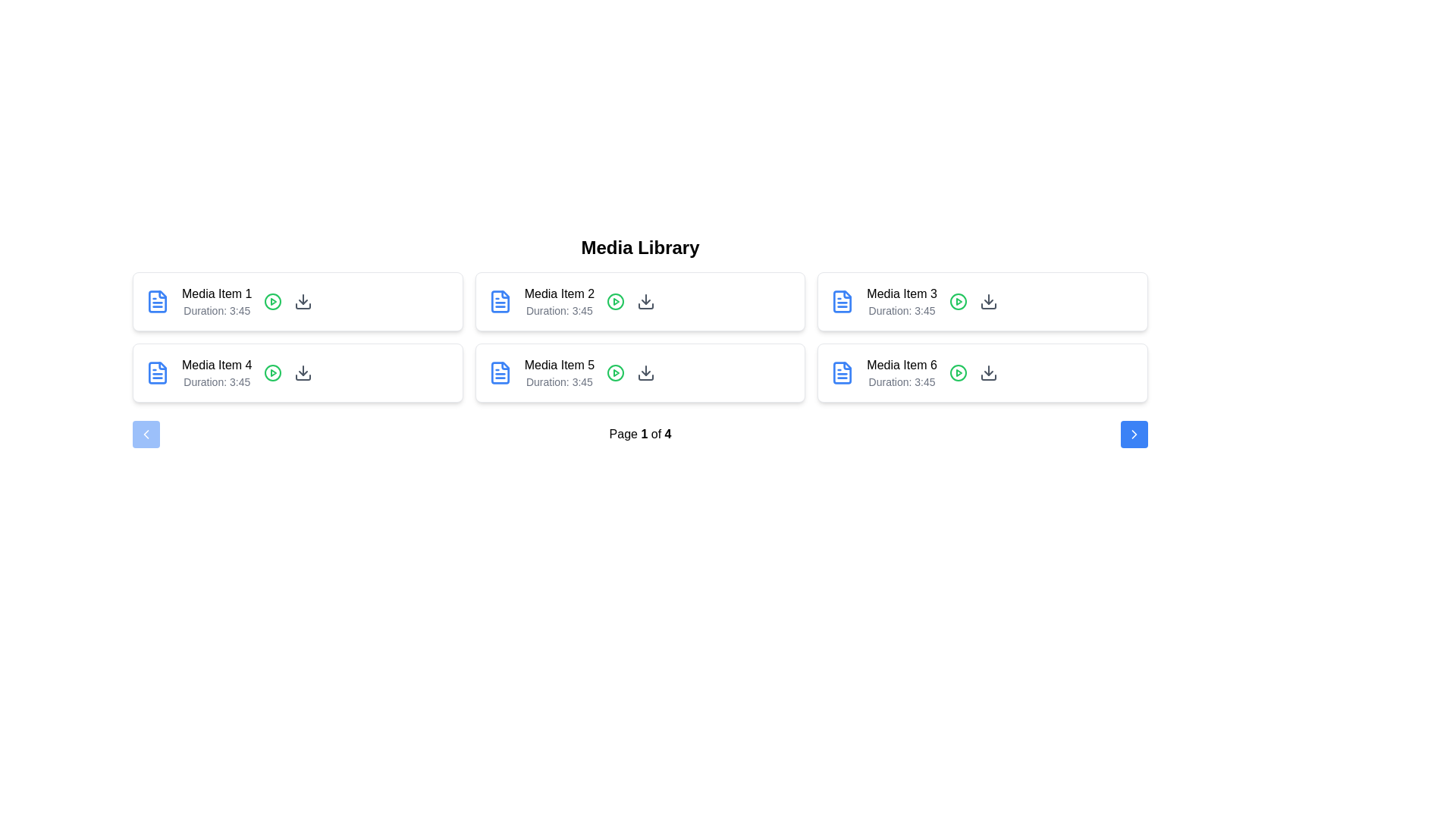  I want to click on the download icon, which is an outlined downward arrow styled in gray, located beside the play icon within the 'Media Item 2' card to initiate download, so click(646, 301).